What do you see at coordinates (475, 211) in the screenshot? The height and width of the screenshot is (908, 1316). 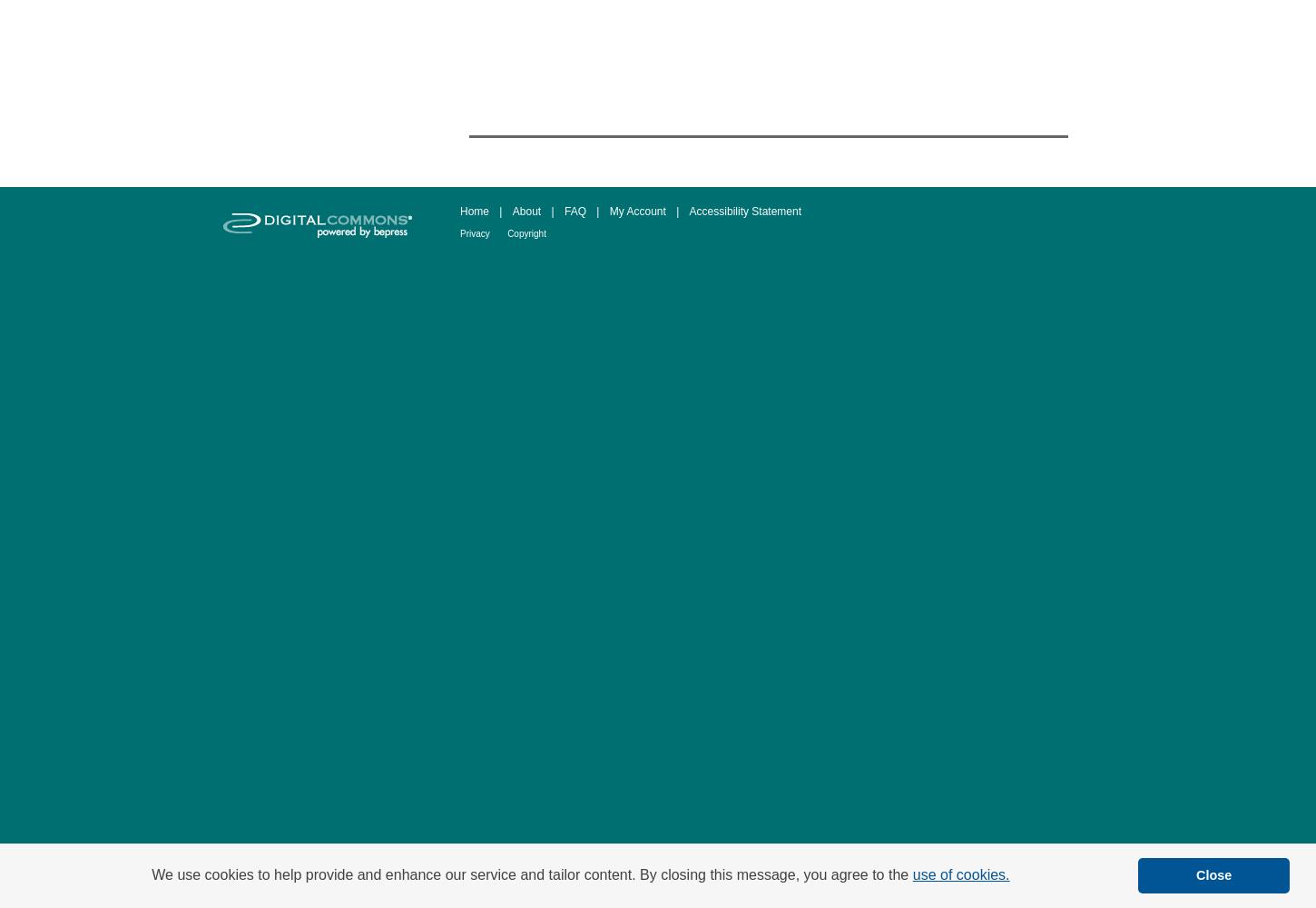 I see `'Home'` at bounding box center [475, 211].